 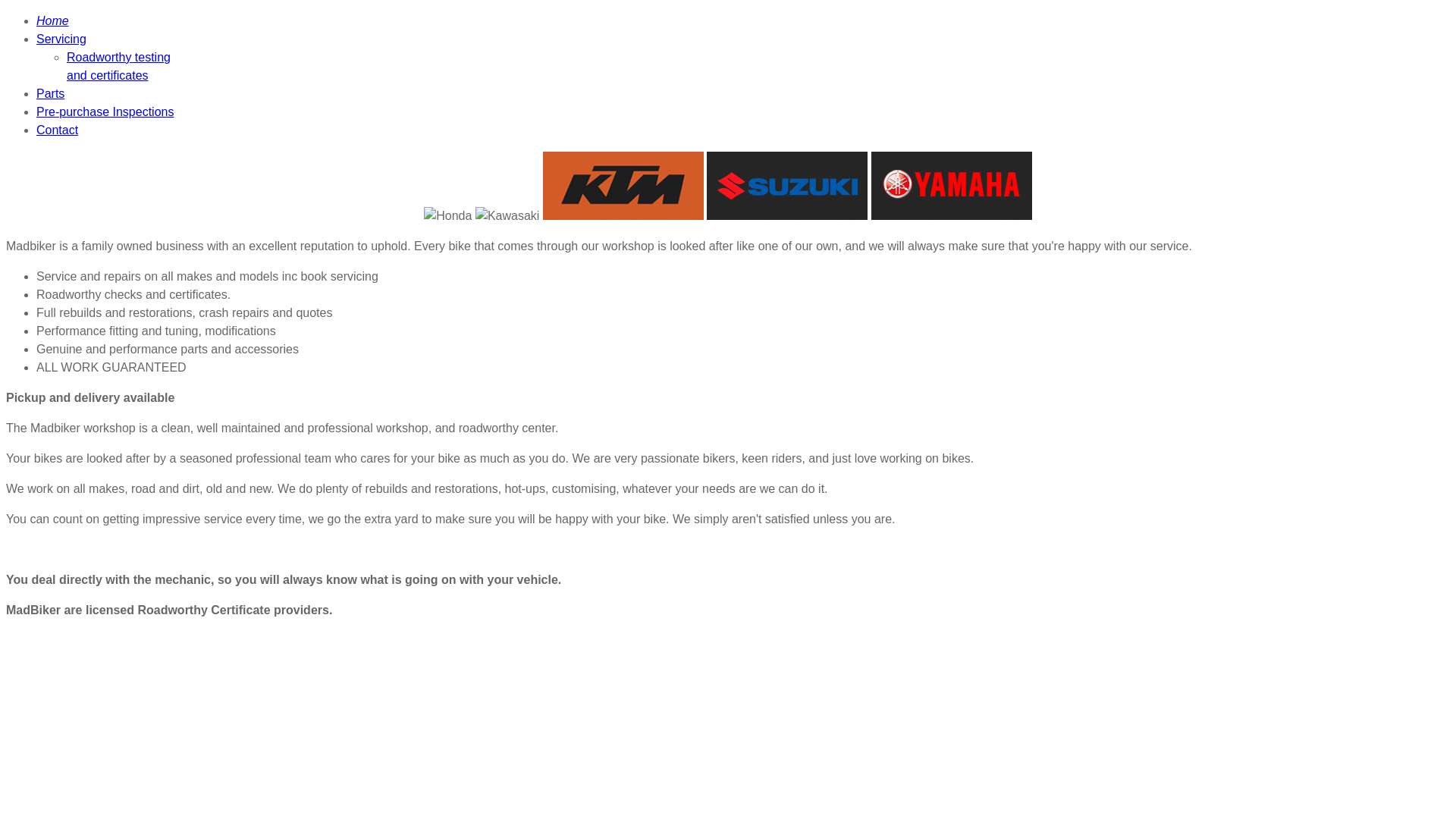 What do you see at coordinates (57, 129) in the screenshot?
I see `'Contact'` at bounding box center [57, 129].